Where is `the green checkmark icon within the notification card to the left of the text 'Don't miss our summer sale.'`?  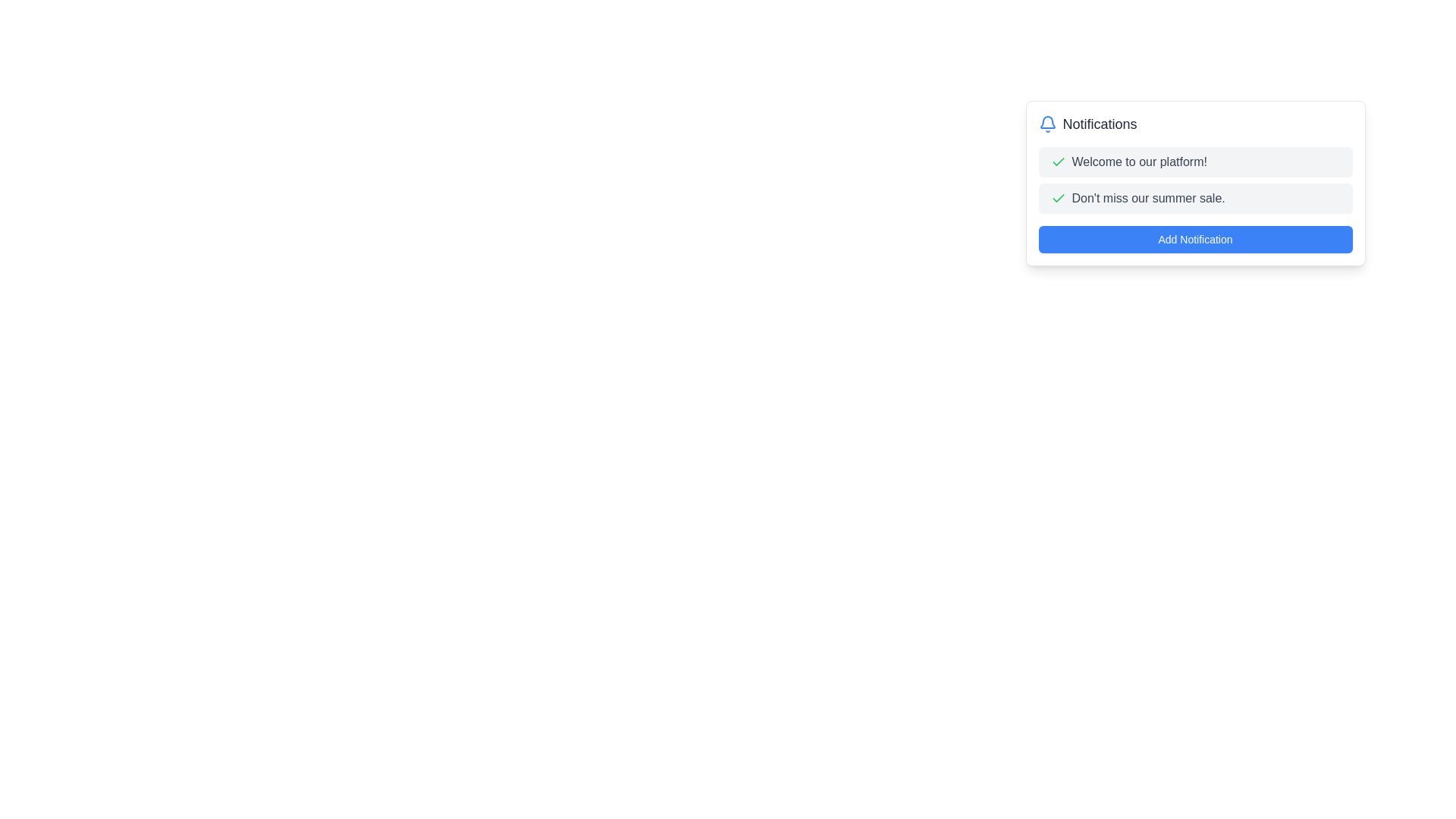
the green checkmark icon within the notification card to the left of the text 'Don't miss our summer sale.' is located at coordinates (1057, 162).